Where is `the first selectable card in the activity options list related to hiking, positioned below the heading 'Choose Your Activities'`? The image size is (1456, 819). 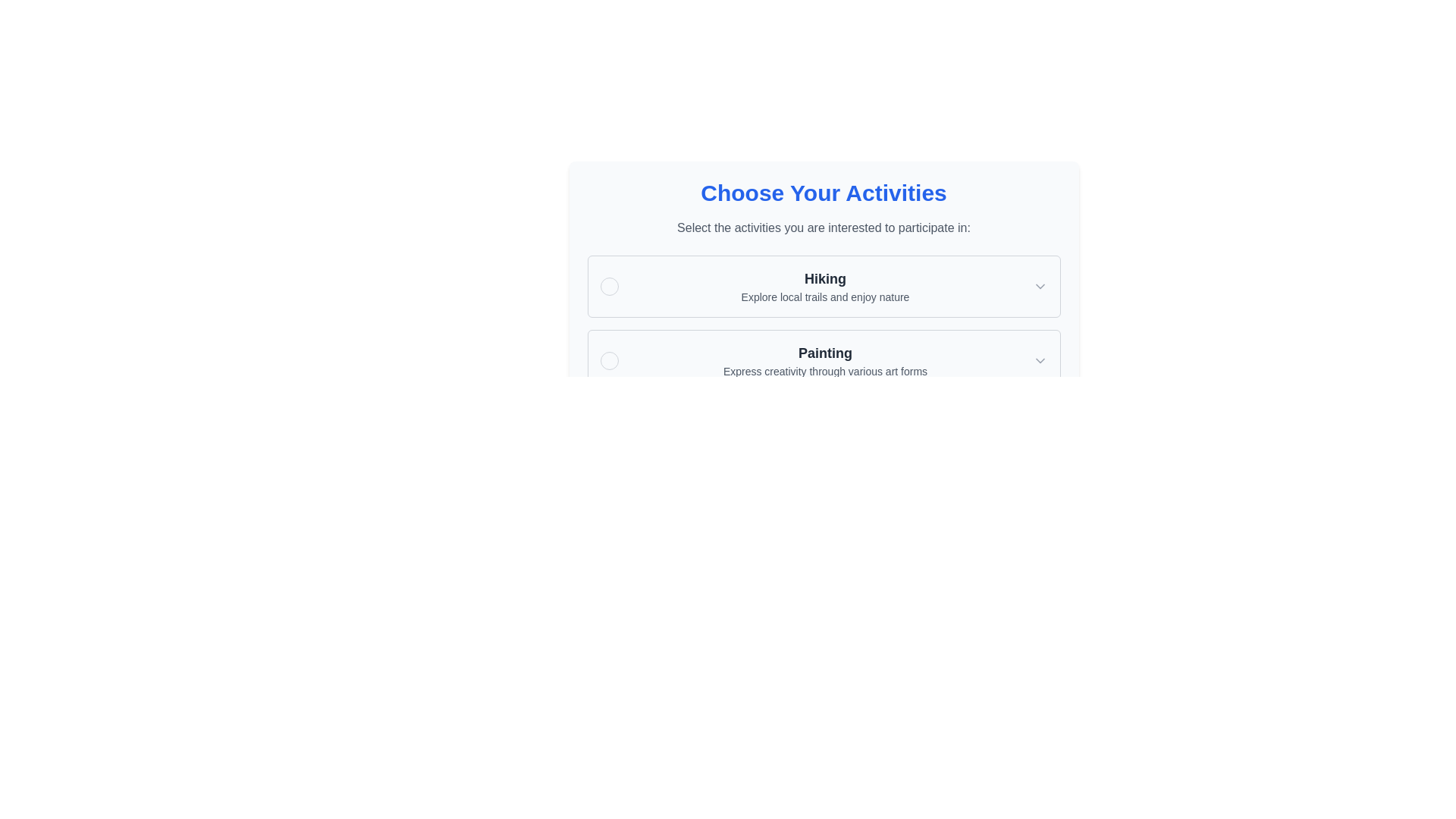 the first selectable card in the activity options list related to hiking, positioned below the heading 'Choose Your Activities' is located at coordinates (823, 287).